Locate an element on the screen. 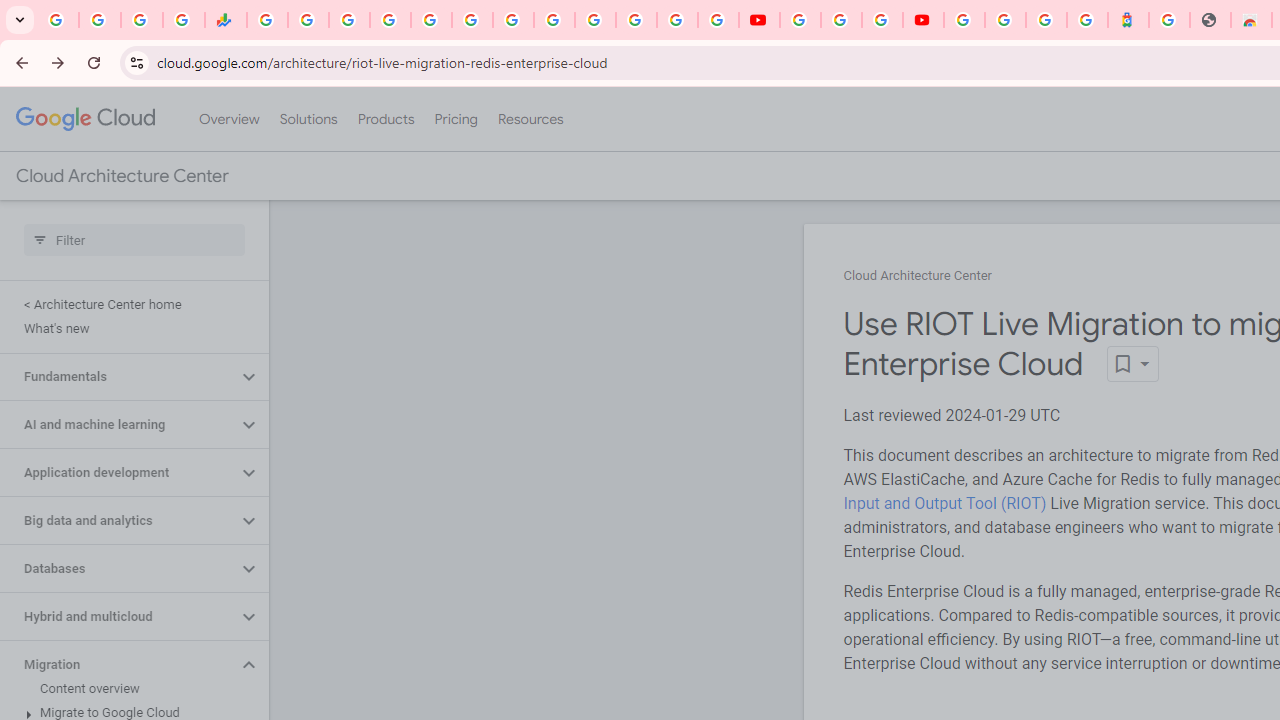 Image resolution: width=1280 pixels, height=720 pixels. 'Android TV Policies and Guidelines - Transparency Center' is located at coordinates (513, 20).